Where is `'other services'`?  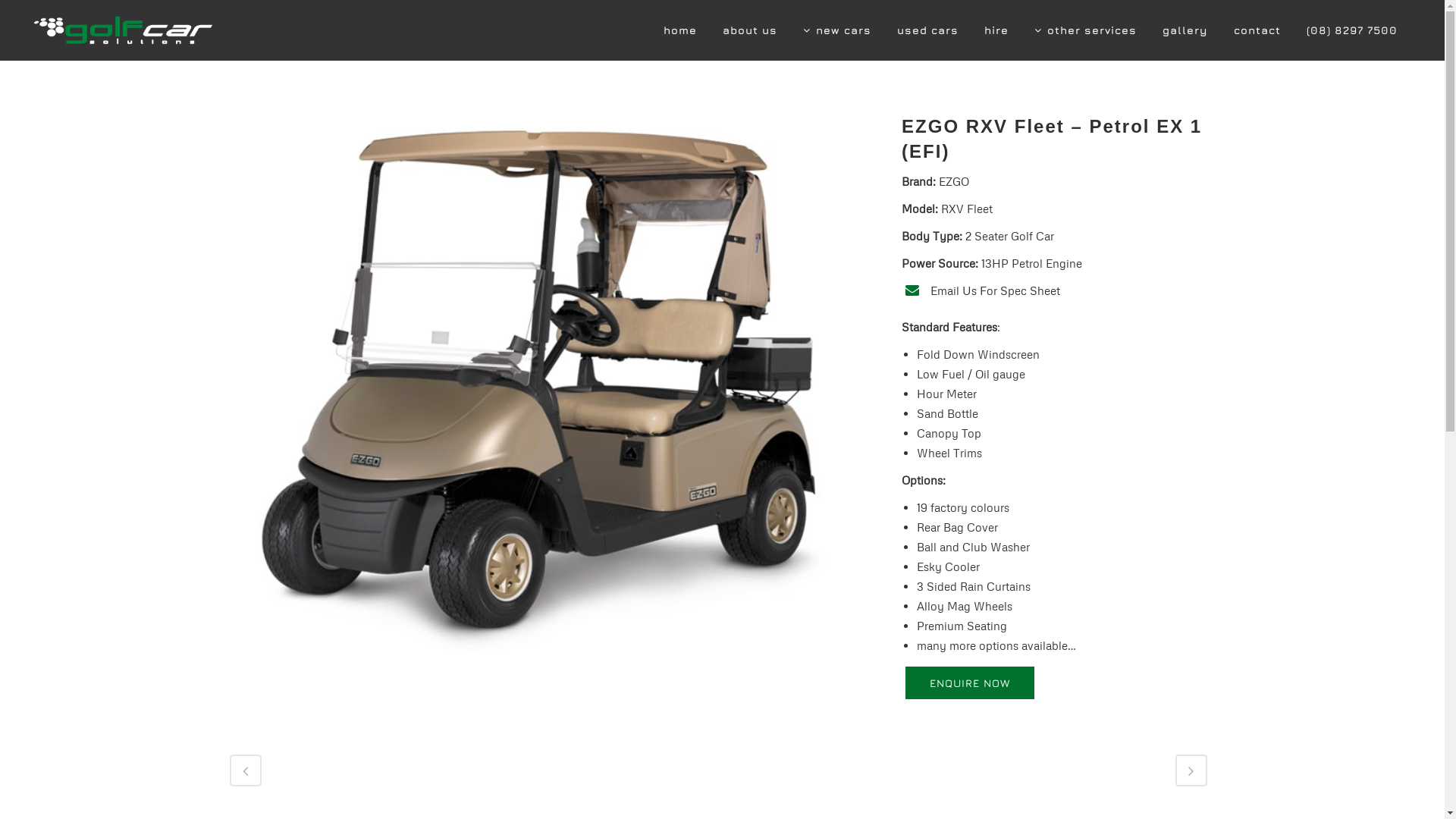
'other services' is located at coordinates (1084, 30).